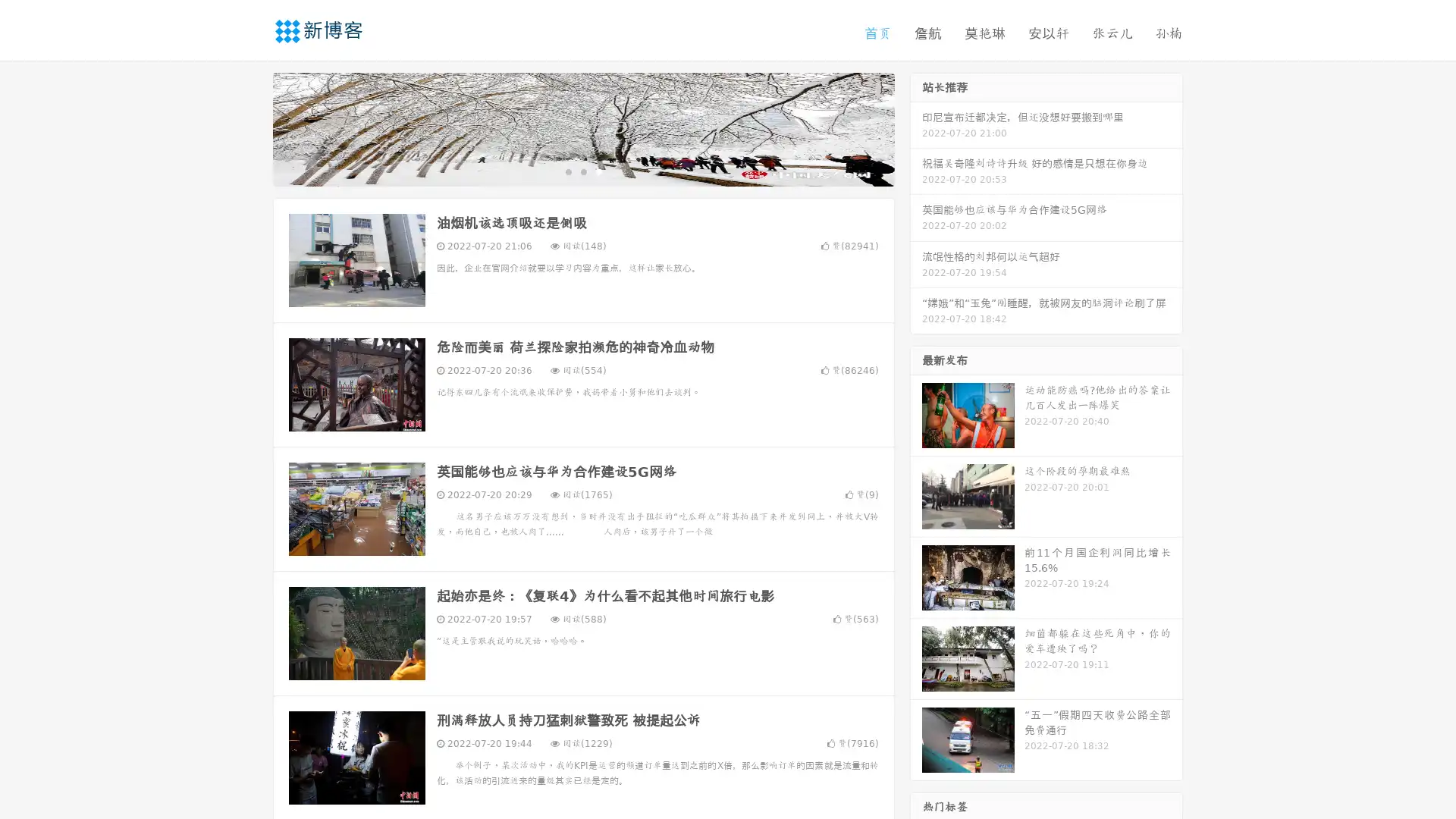 Image resolution: width=1456 pixels, height=819 pixels. What do you see at coordinates (916, 127) in the screenshot?
I see `Next slide` at bounding box center [916, 127].